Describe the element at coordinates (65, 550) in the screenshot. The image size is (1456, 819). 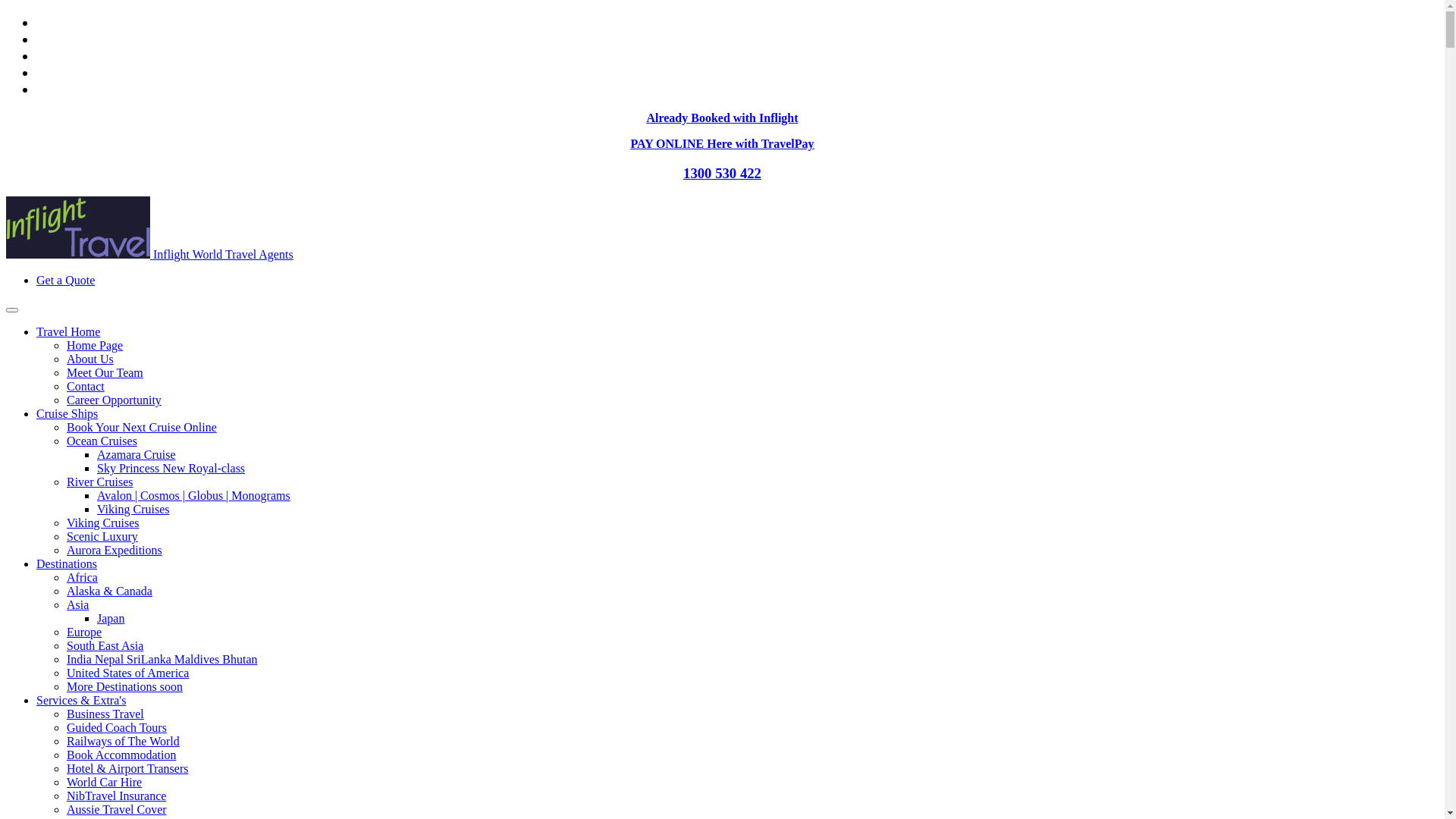
I see `'Aurora Expeditions'` at that location.